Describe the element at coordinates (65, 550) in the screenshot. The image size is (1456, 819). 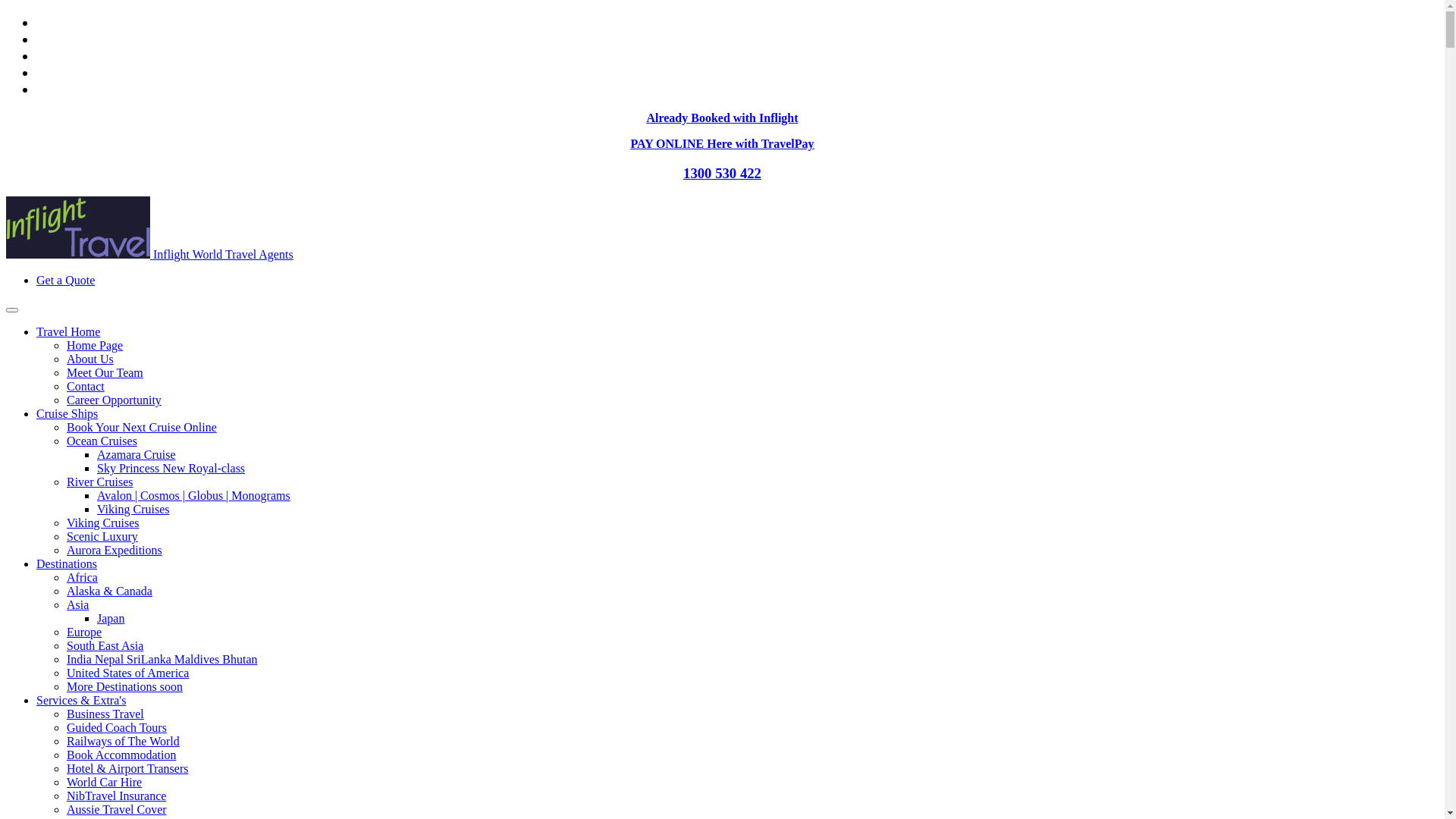
I see `'Aurora Expeditions'` at that location.